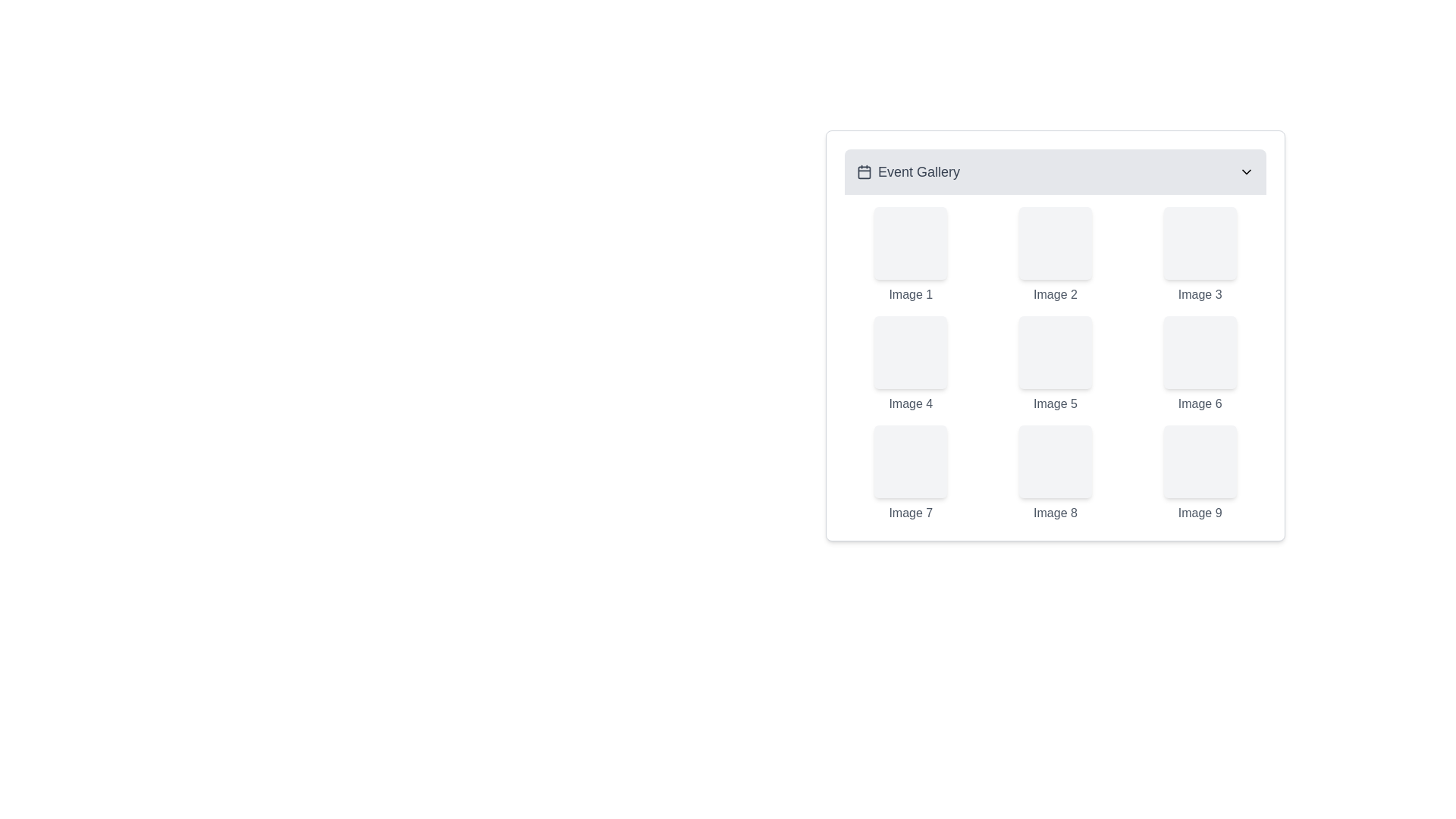 The width and height of the screenshot is (1456, 819). I want to click on the Gallery Item displaying 'Image 3', which is a square image placeholder with rounded corners and a light gray background, located, so click(1199, 254).